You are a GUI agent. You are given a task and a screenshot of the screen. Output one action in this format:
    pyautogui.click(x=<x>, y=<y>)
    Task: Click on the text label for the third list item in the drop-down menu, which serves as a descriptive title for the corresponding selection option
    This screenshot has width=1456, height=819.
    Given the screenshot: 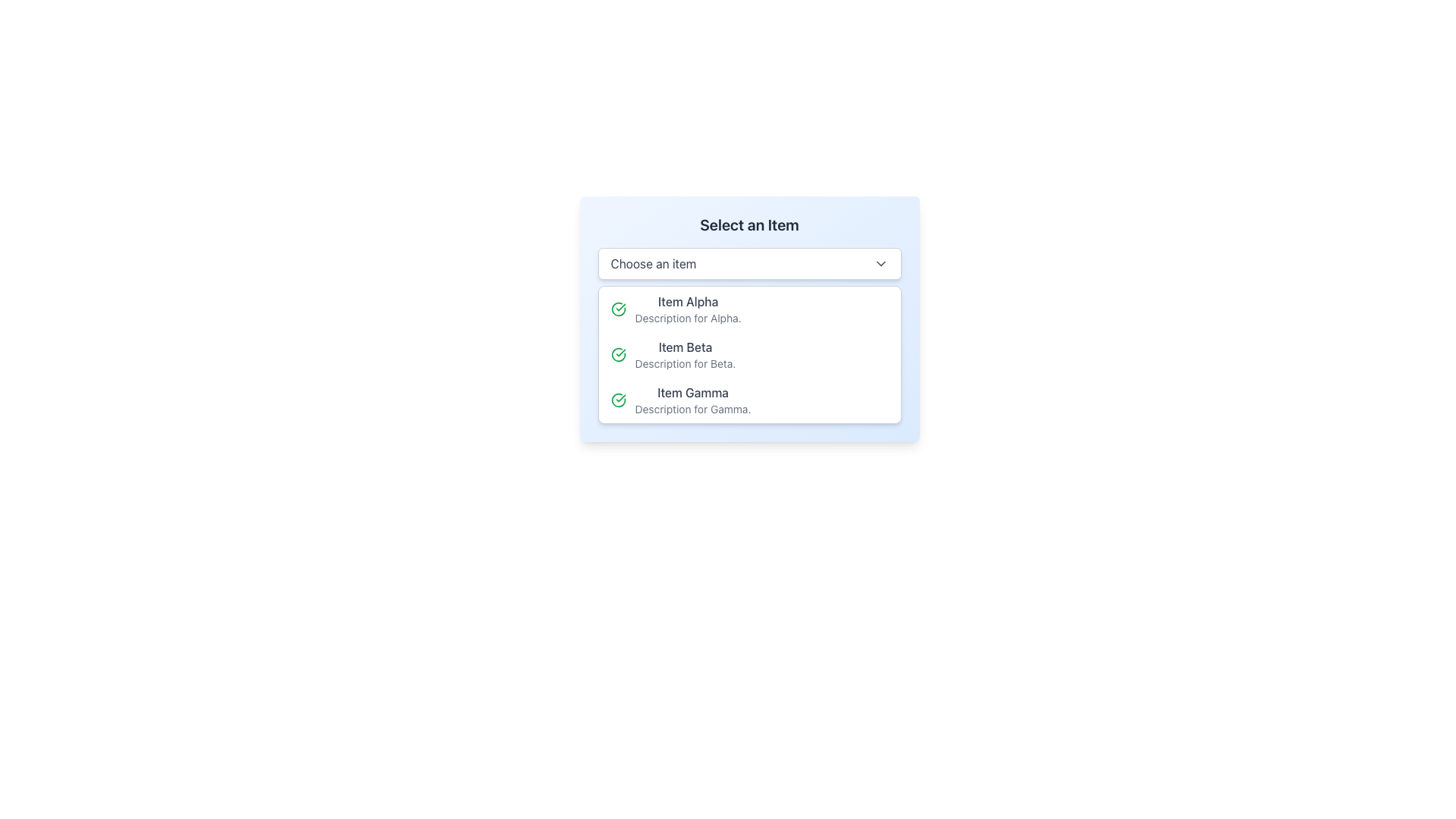 What is the action you would take?
    pyautogui.click(x=692, y=391)
    